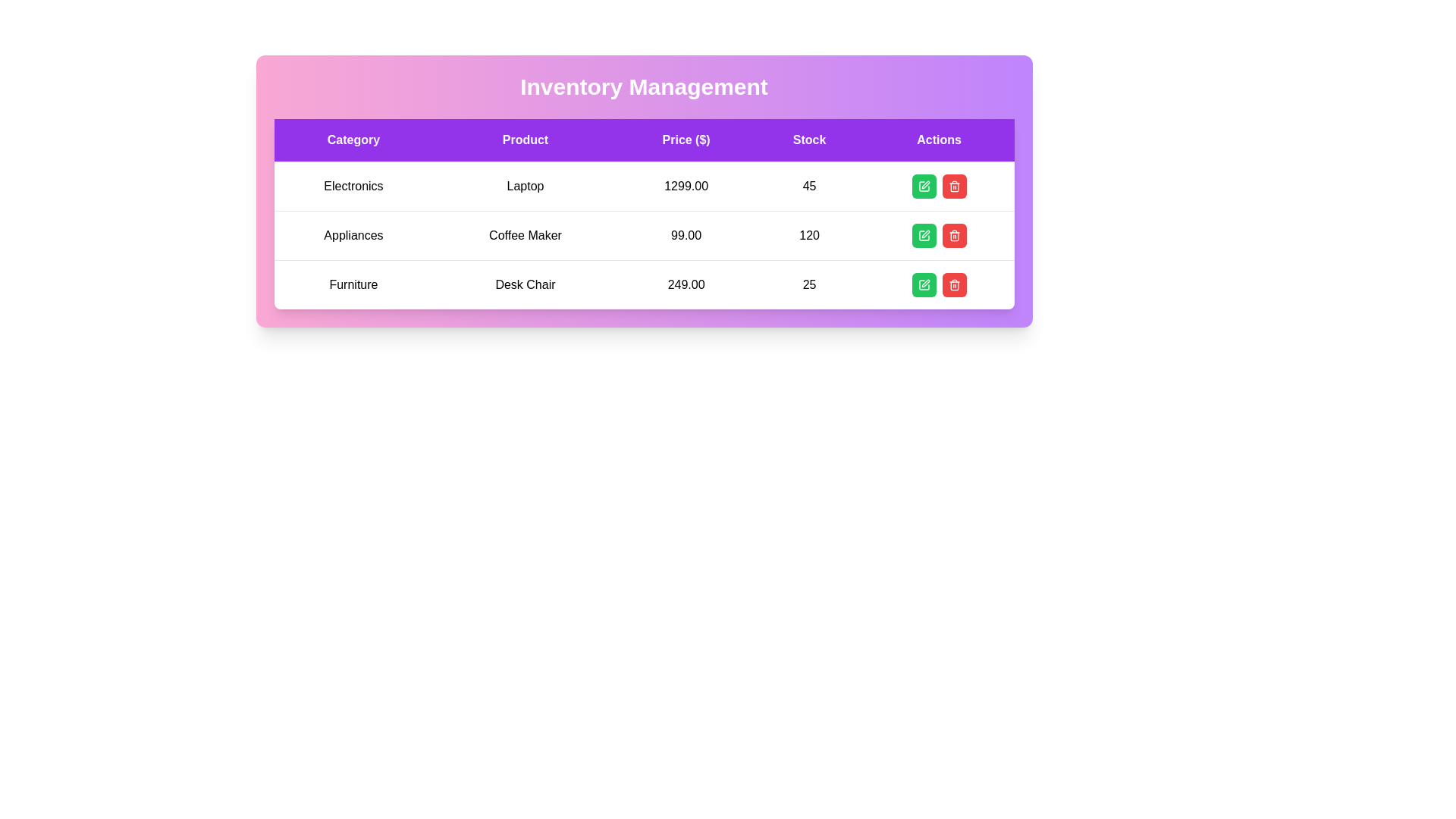  I want to click on the first green button in the 'Actions' column of the first row in the table, so click(923, 186).